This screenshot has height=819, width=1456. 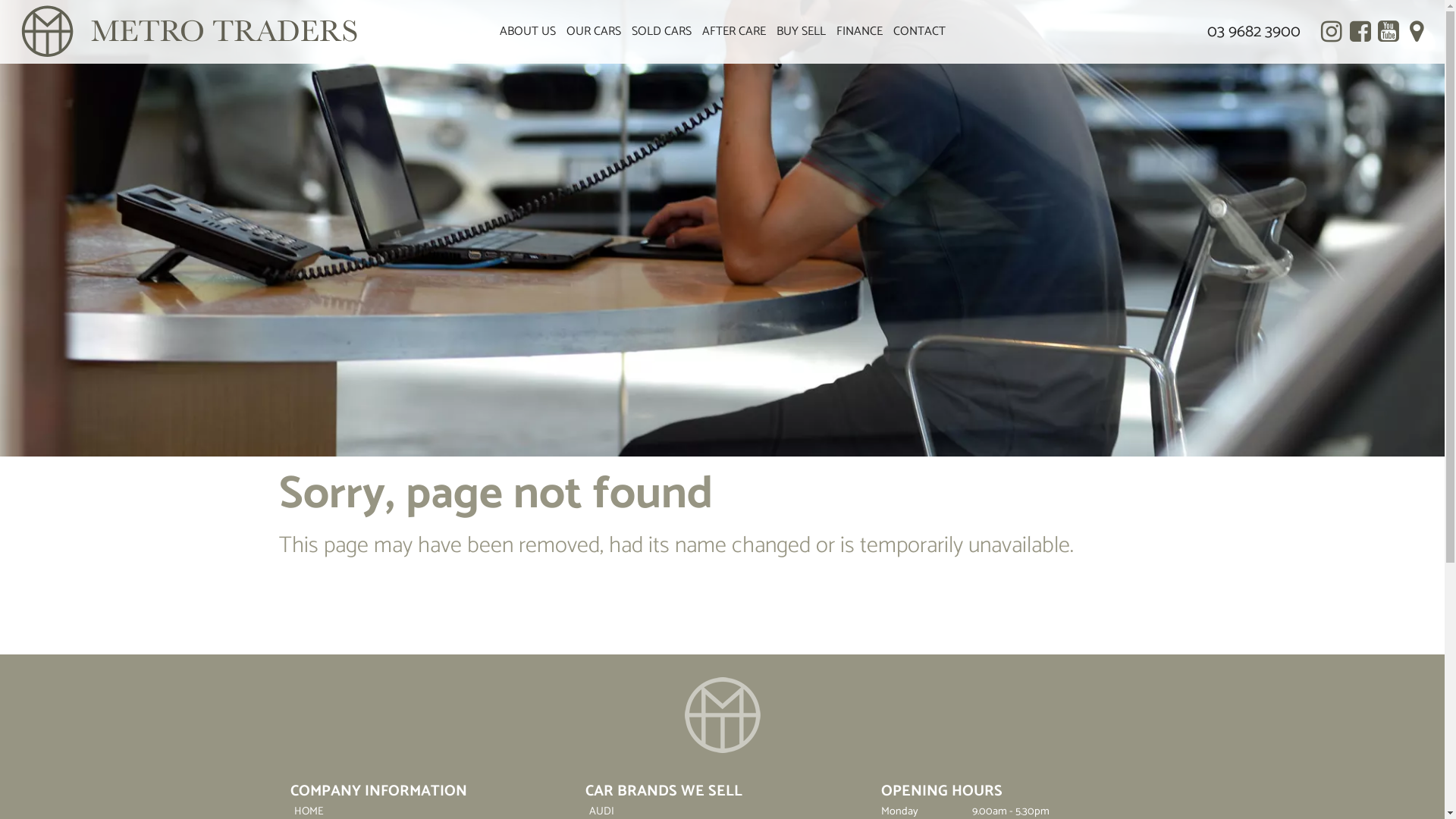 What do you see at coordinates (799, 32) in the screenshot?
I see `'BUY SELL'` at bounding box center [799, 32].